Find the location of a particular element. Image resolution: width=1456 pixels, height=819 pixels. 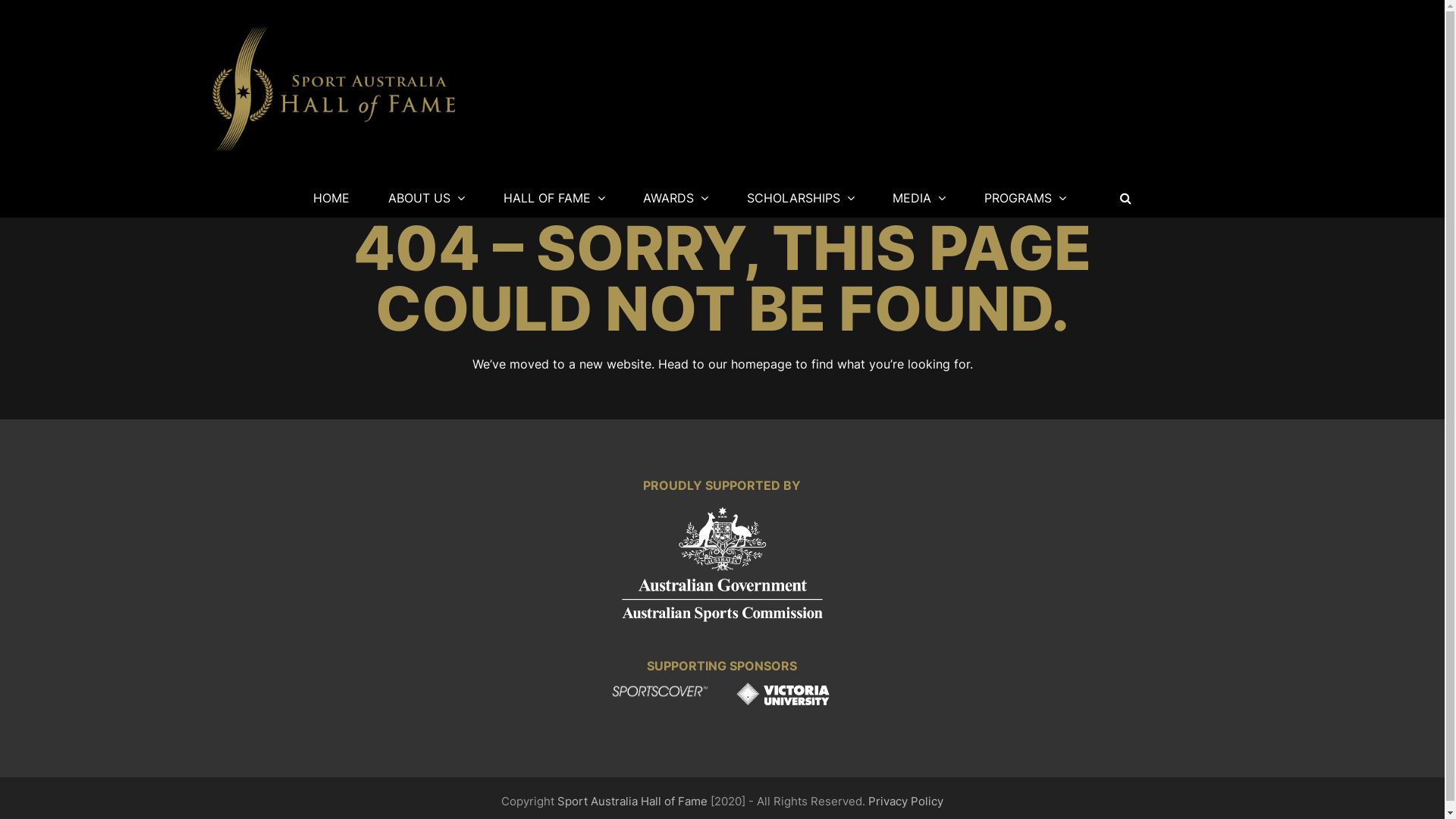

'HALL OF FAME' is located at coordinates (553, 197).